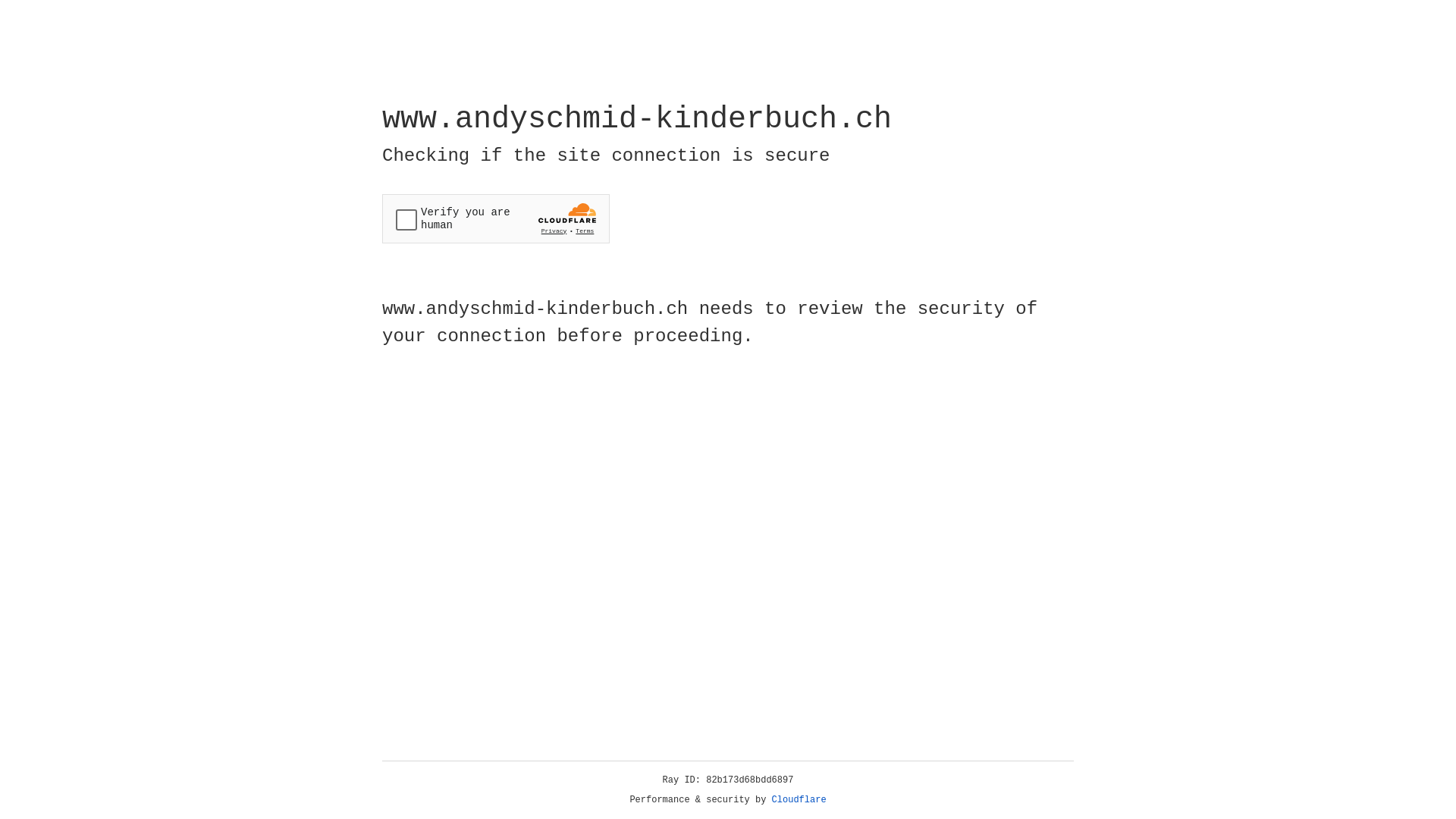 The width and height of the screenshot is (1456, 819). I want to click on 'Cloudflare', so click(799, 799).